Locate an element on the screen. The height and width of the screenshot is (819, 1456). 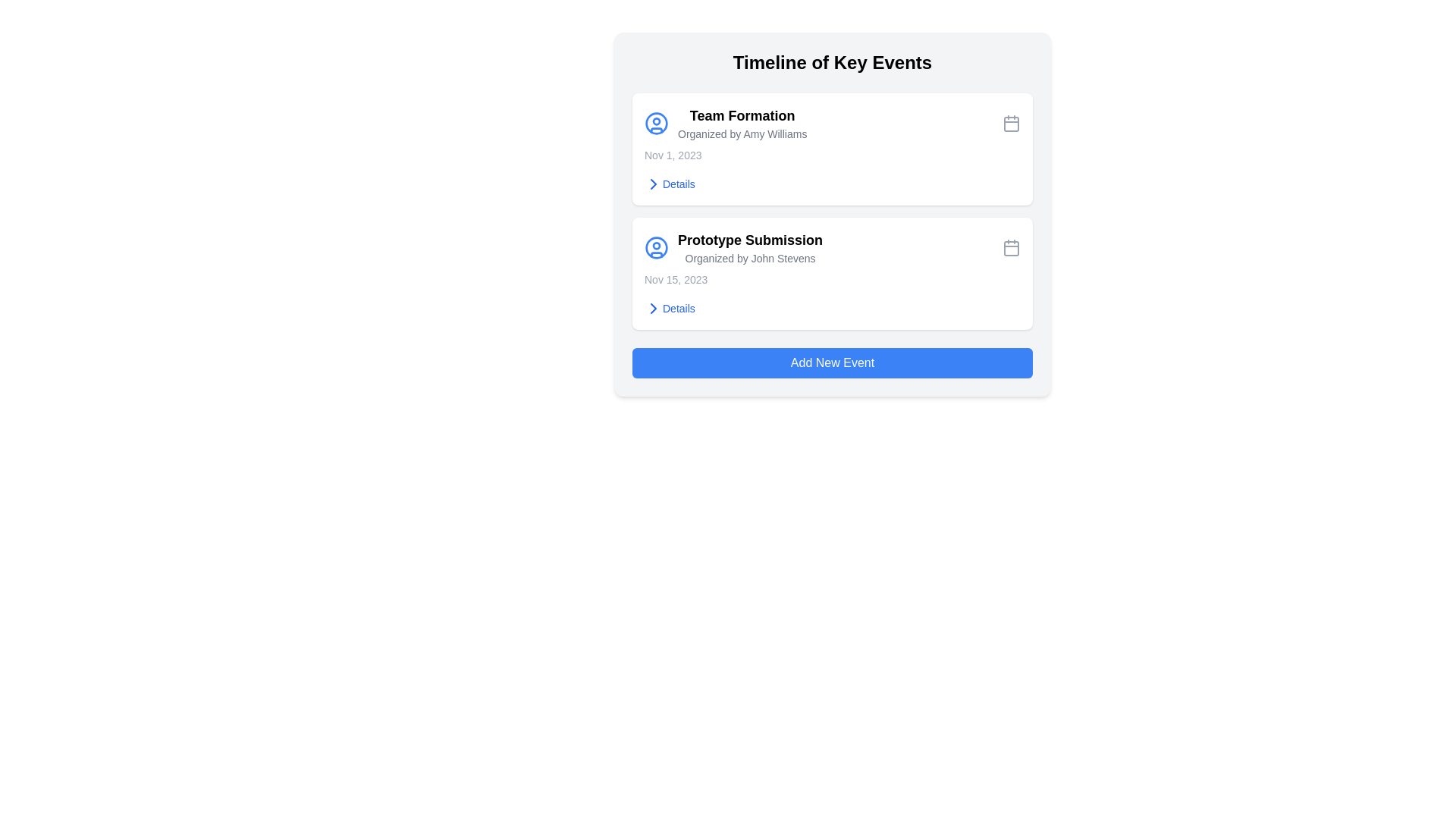
the button located at the bottom of the card-like structure to initiate the process of adding a new event to the timeline is located at coordinates (832, 362).